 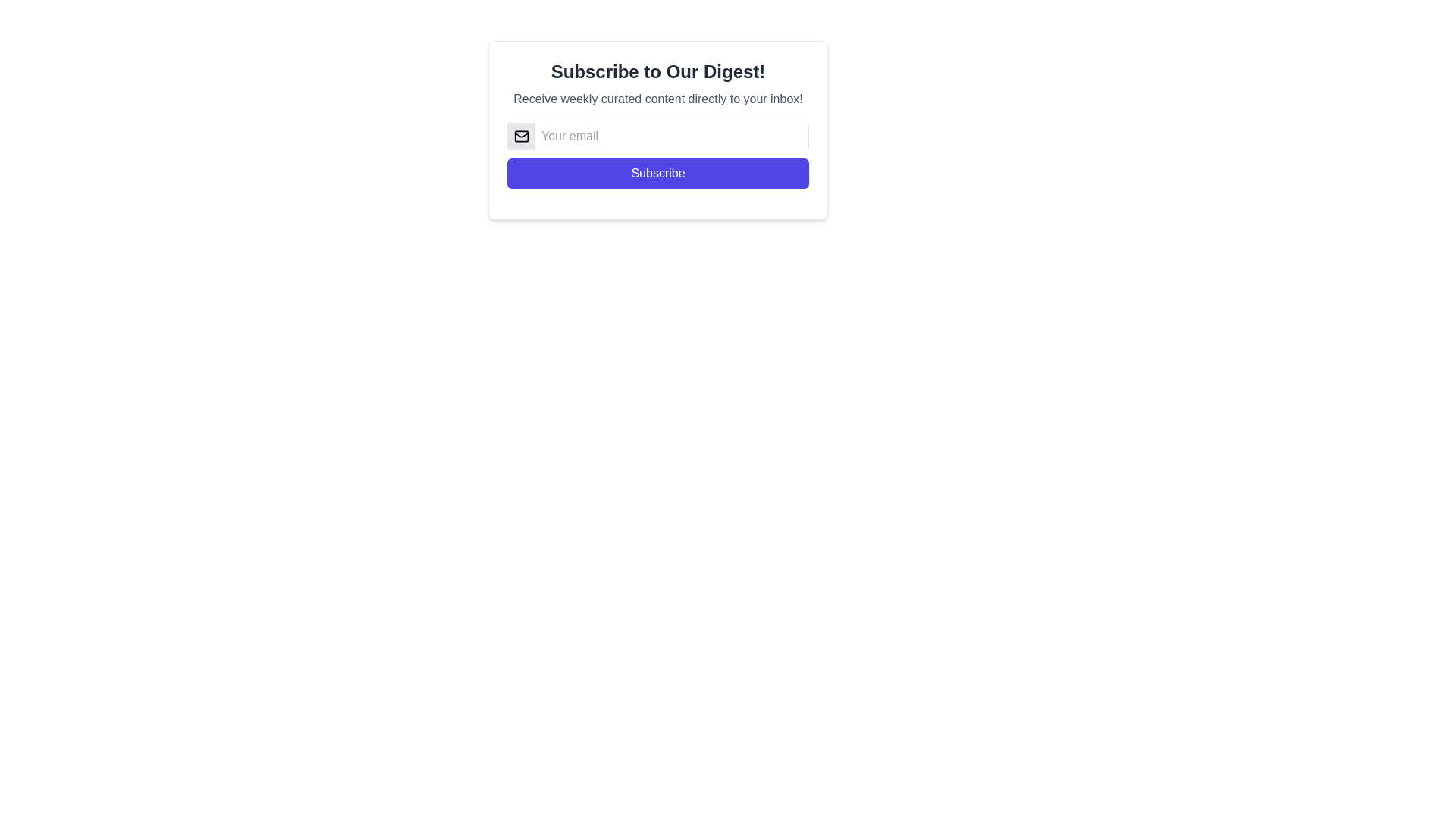 I want to click on the gray square mail icon in the subscription form, which is positioned to the left of the 'Your email' input field, so click(x=521, y=136).